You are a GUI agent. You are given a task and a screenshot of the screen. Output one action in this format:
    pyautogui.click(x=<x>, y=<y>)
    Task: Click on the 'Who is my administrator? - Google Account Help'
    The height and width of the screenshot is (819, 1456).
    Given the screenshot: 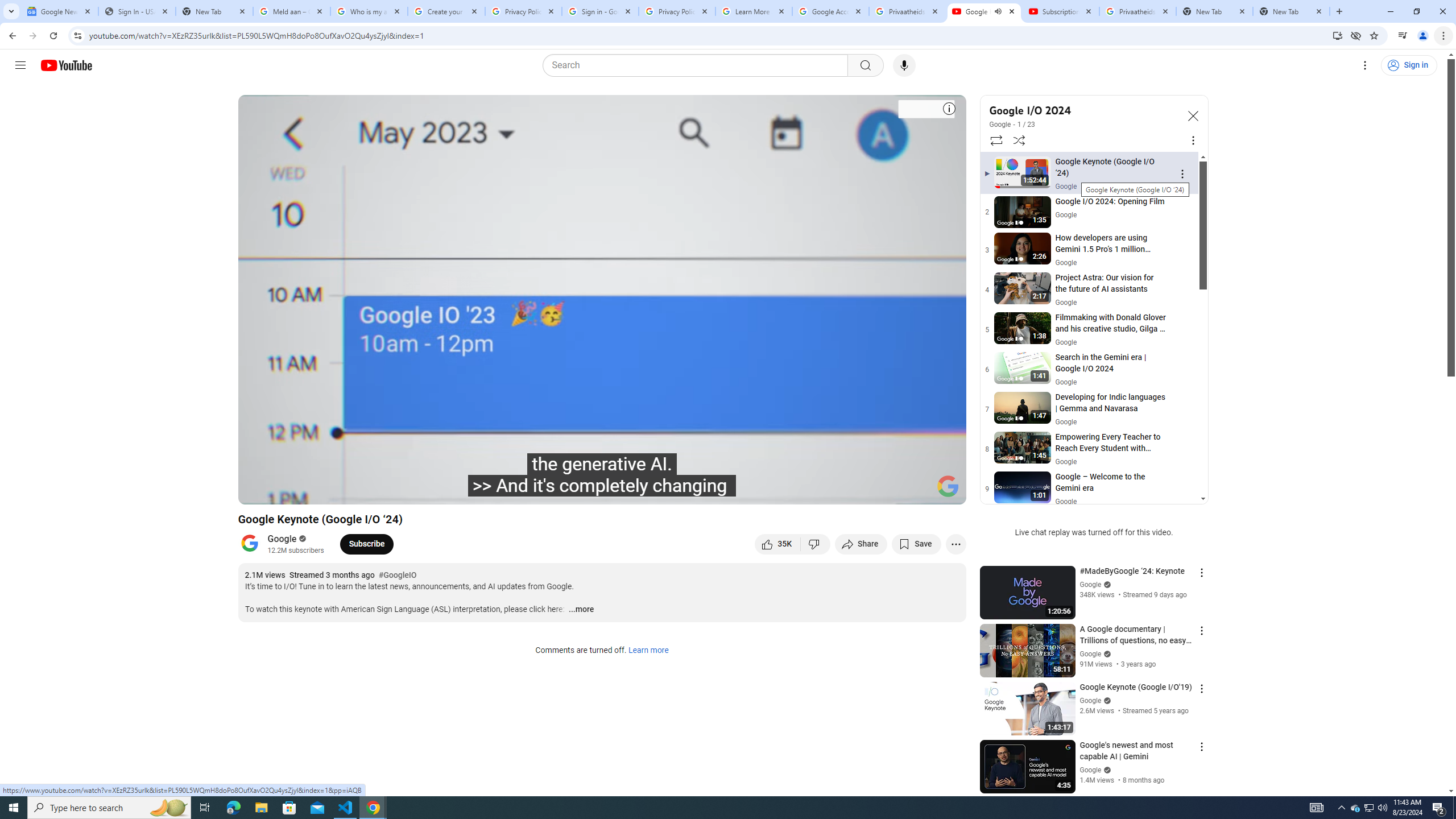 What is the action you would take?
    pyautogui.click(x=369, y=11)
    